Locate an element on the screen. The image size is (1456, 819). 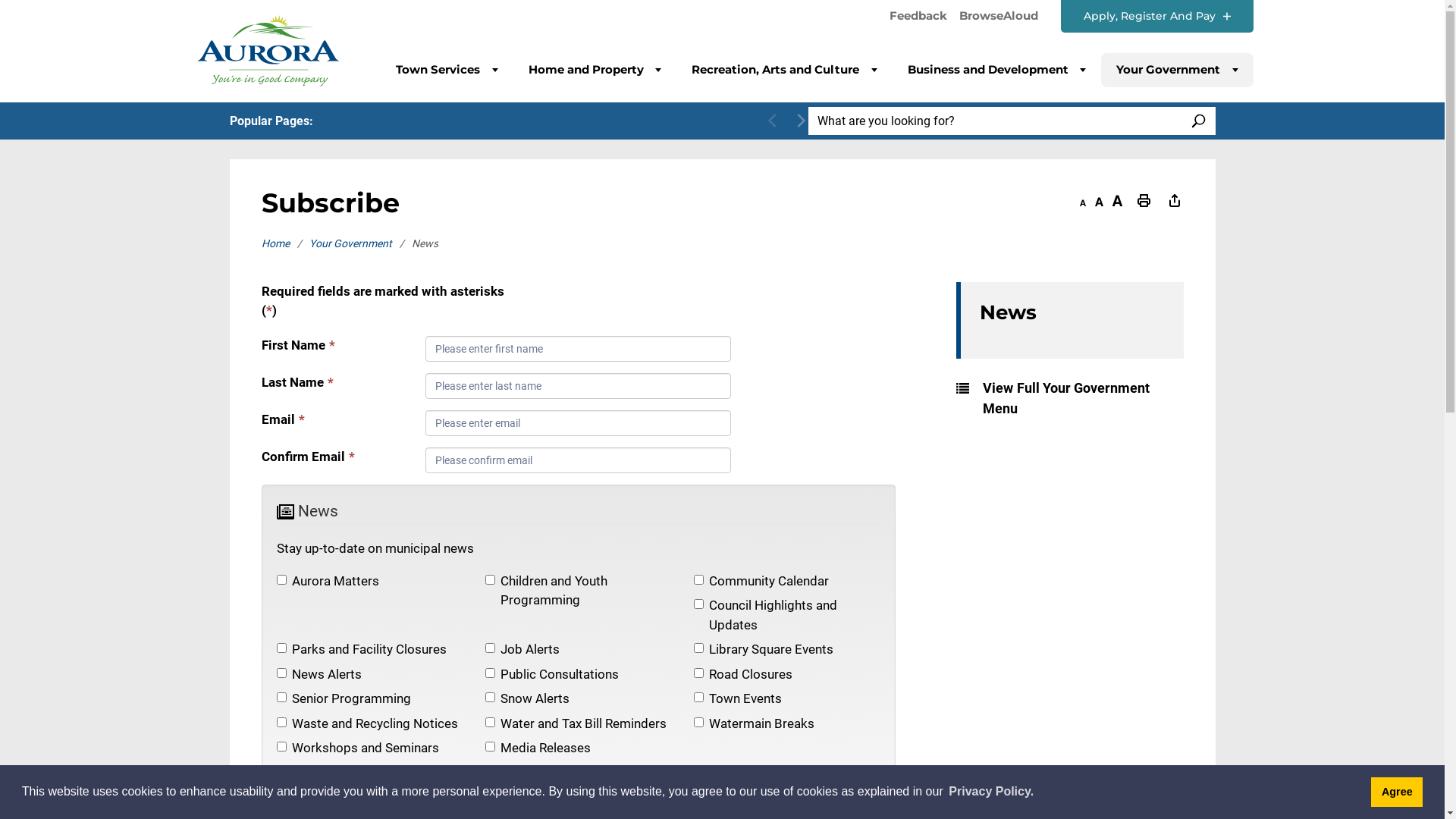
'Home' is located at coordinates (284, 242).